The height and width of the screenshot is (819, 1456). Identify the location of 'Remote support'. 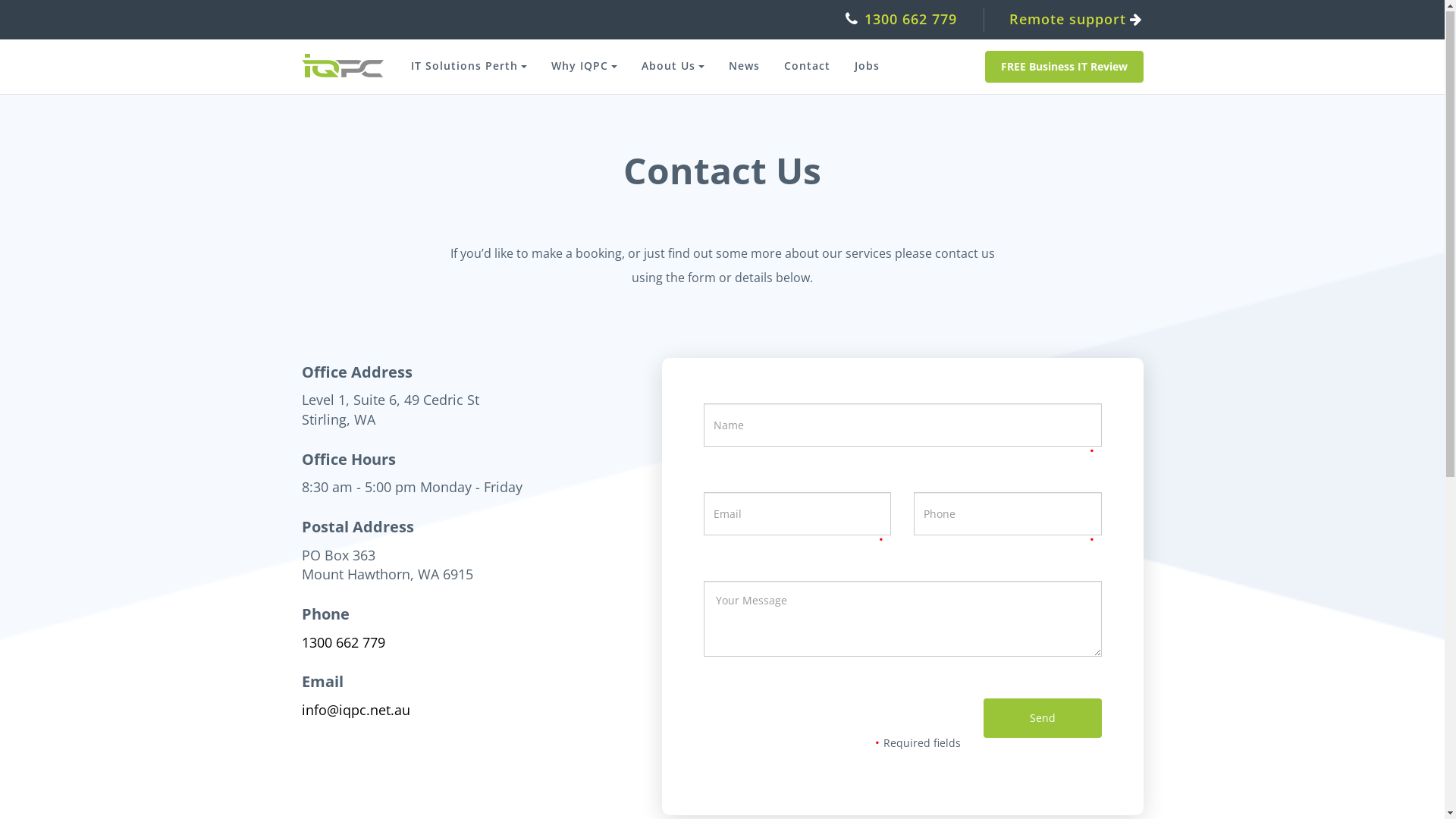
(1068, 20).